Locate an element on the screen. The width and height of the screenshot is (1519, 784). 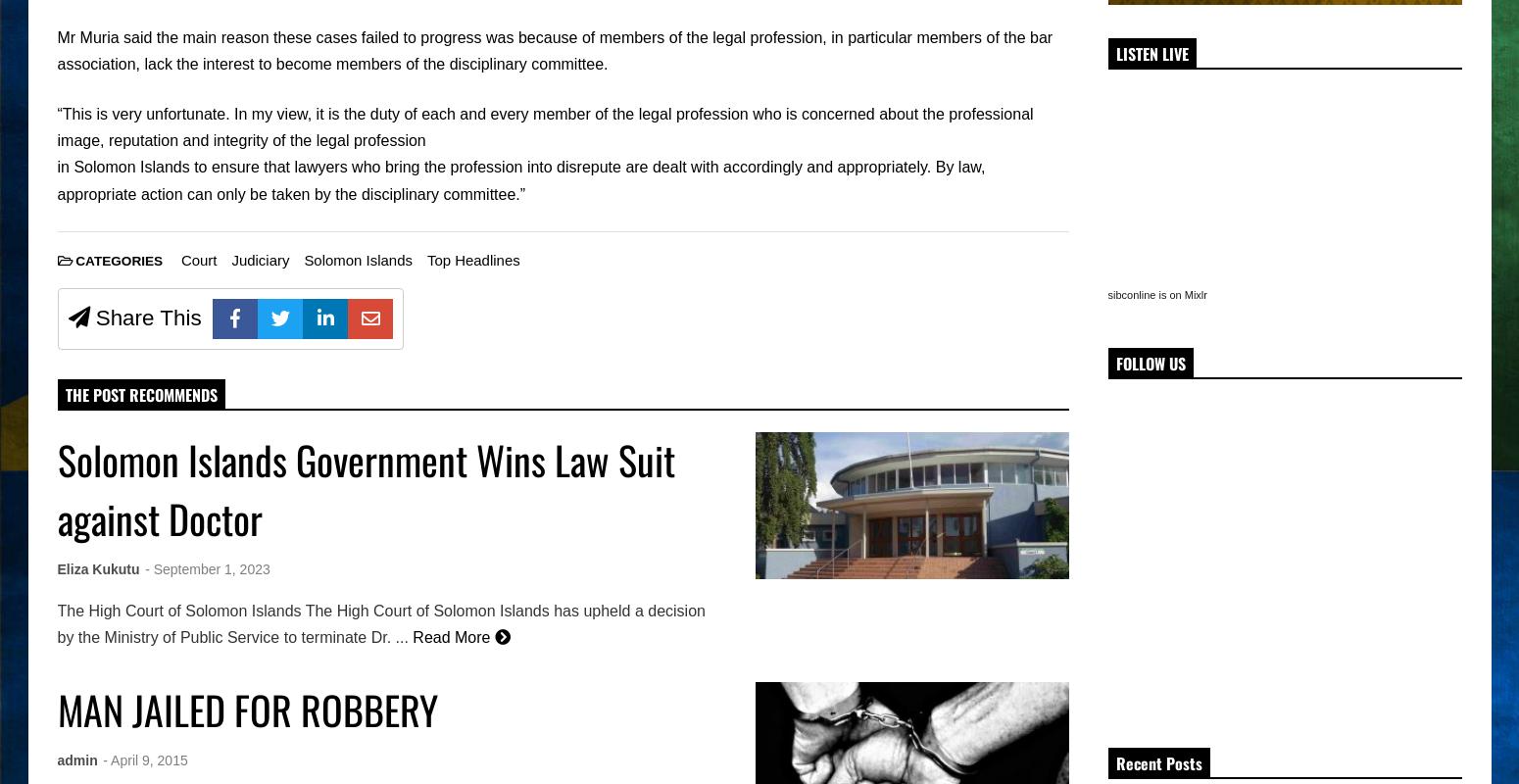
'“This is very unfortunate. In my view, it is the duty of each and every member of the legal profession who is concerned about the professional image, reputation and integrity of the legal profession' is located at coordinates (544, 126).